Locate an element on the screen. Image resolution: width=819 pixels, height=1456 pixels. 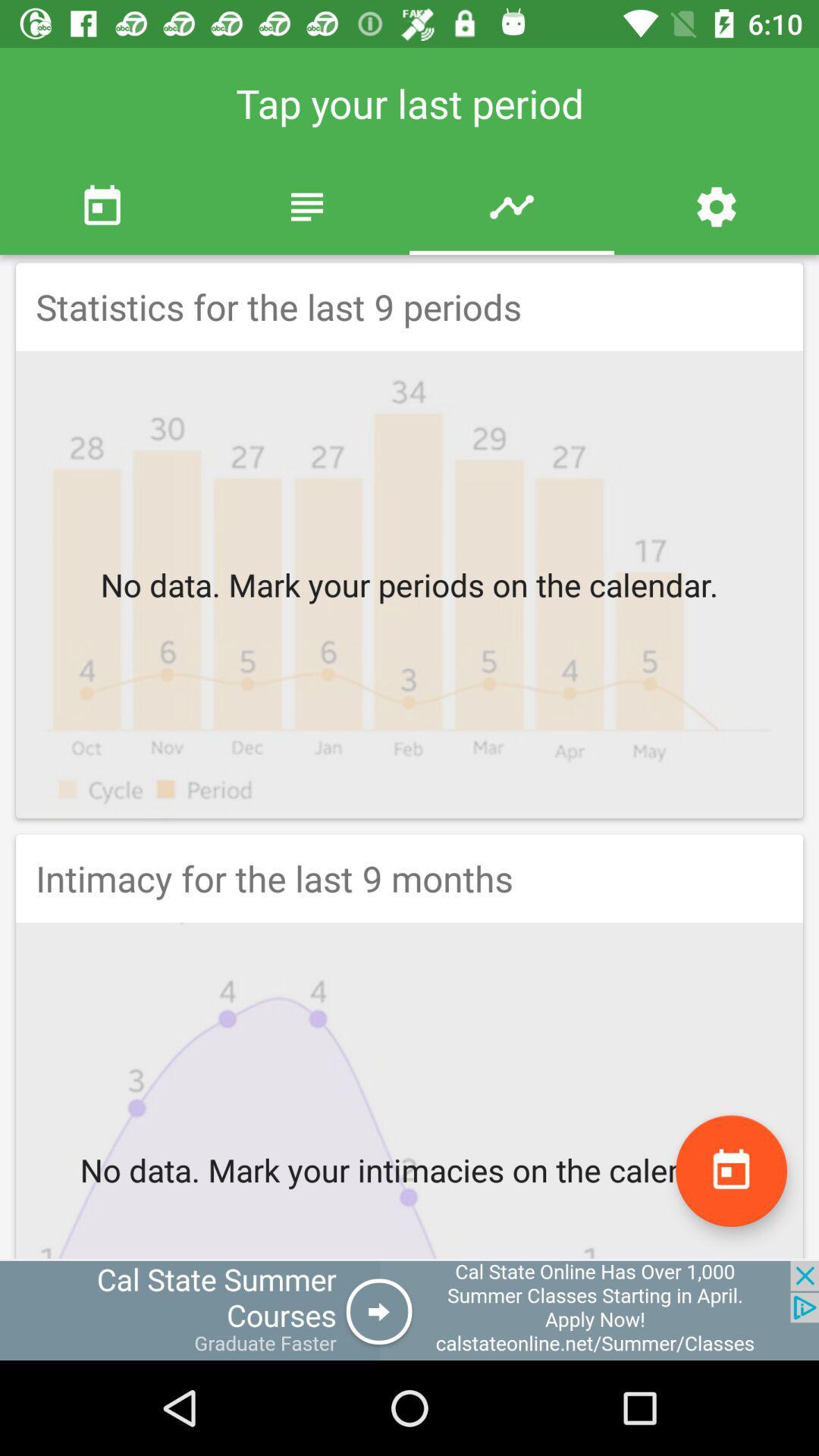
calendar is located at coordinates (730, 1170).